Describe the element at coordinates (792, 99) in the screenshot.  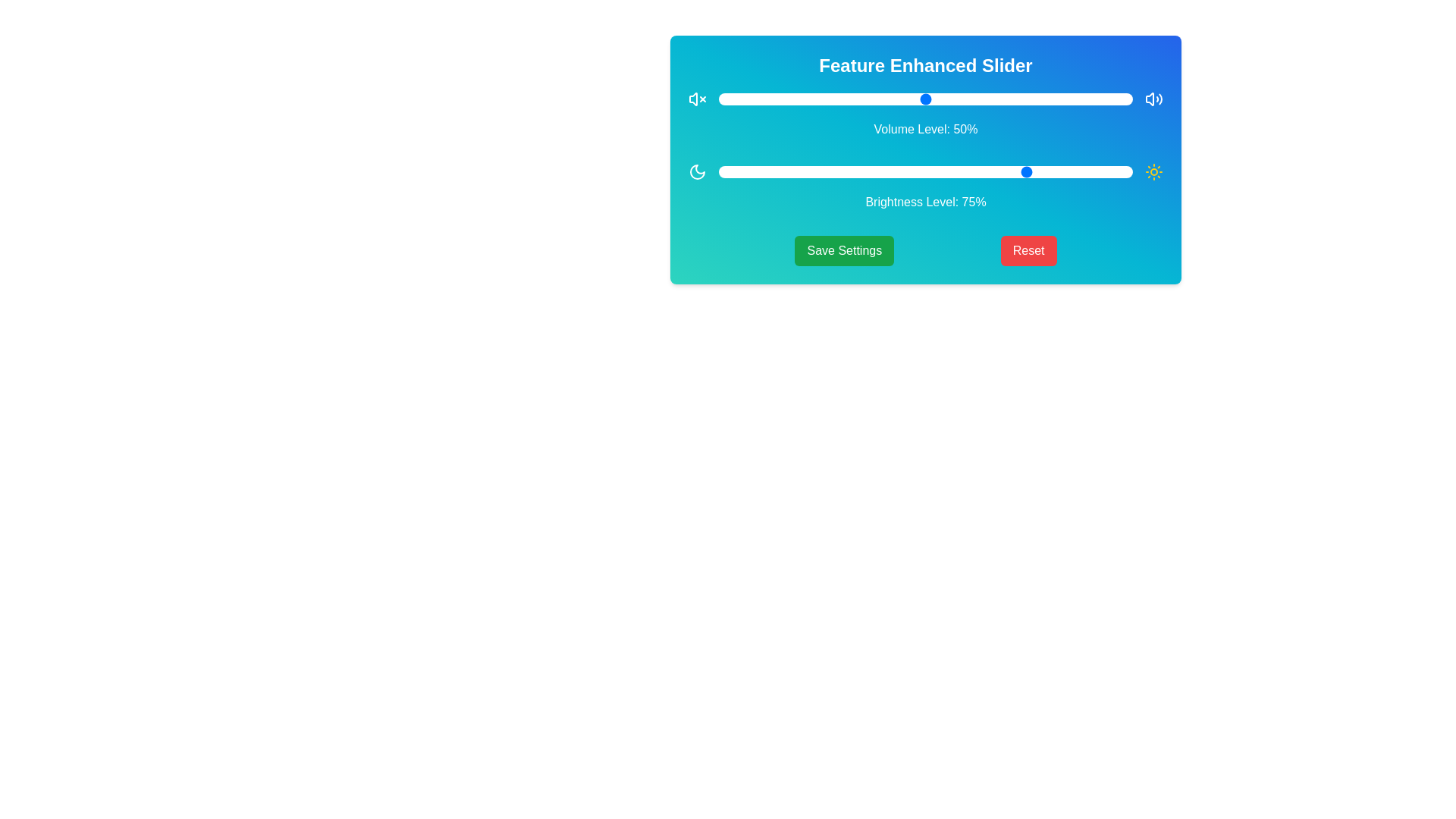
I see `the slider value` at that location.